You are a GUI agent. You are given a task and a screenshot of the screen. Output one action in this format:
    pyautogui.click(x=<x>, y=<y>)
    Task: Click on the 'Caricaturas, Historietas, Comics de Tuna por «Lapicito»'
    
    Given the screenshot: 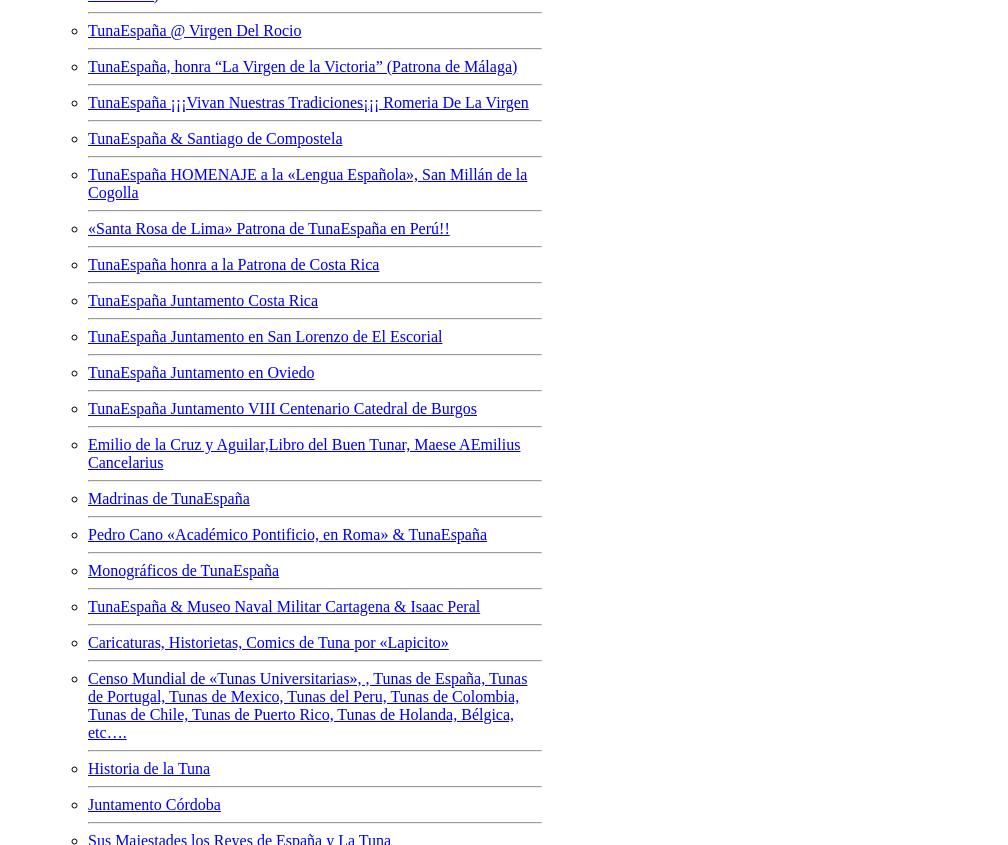 What is the action you would take?
    pyautogui.click(x=87, y=641)
    